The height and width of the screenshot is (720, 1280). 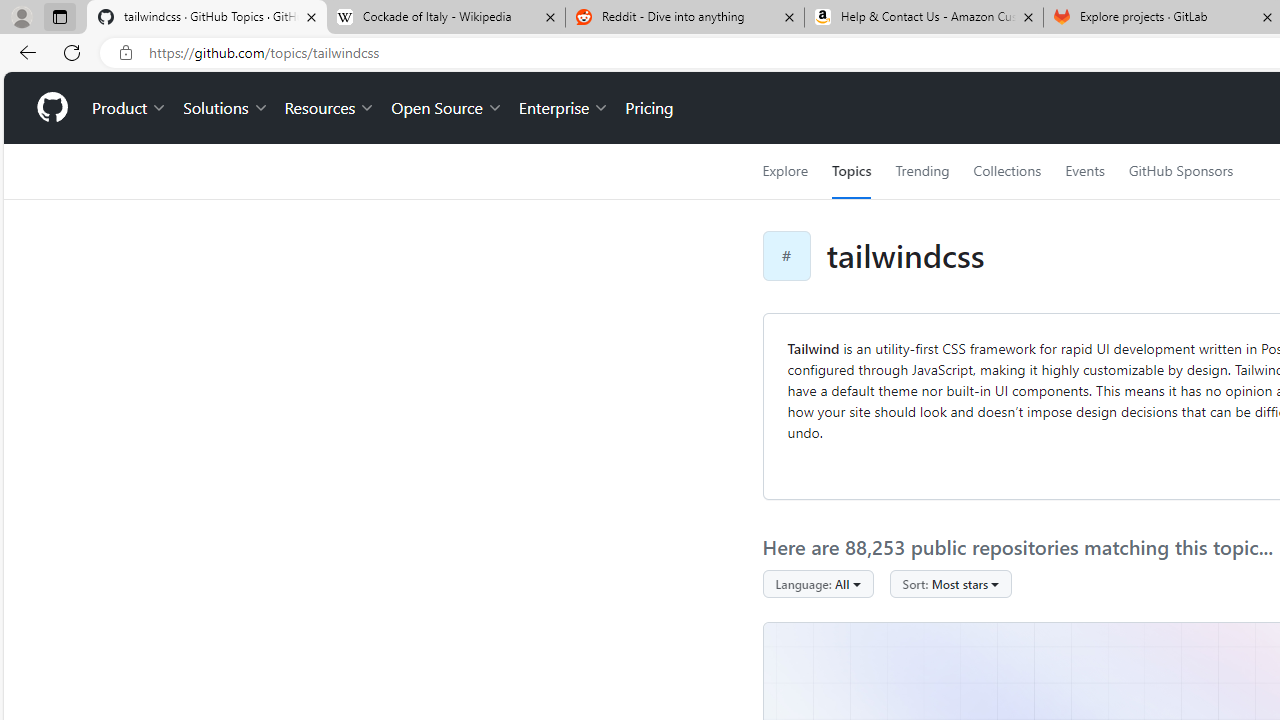 What do you see at coordinates (562, 108) in the screenshot?
I see `'Enterprise'` at bounding box center [562, 108].